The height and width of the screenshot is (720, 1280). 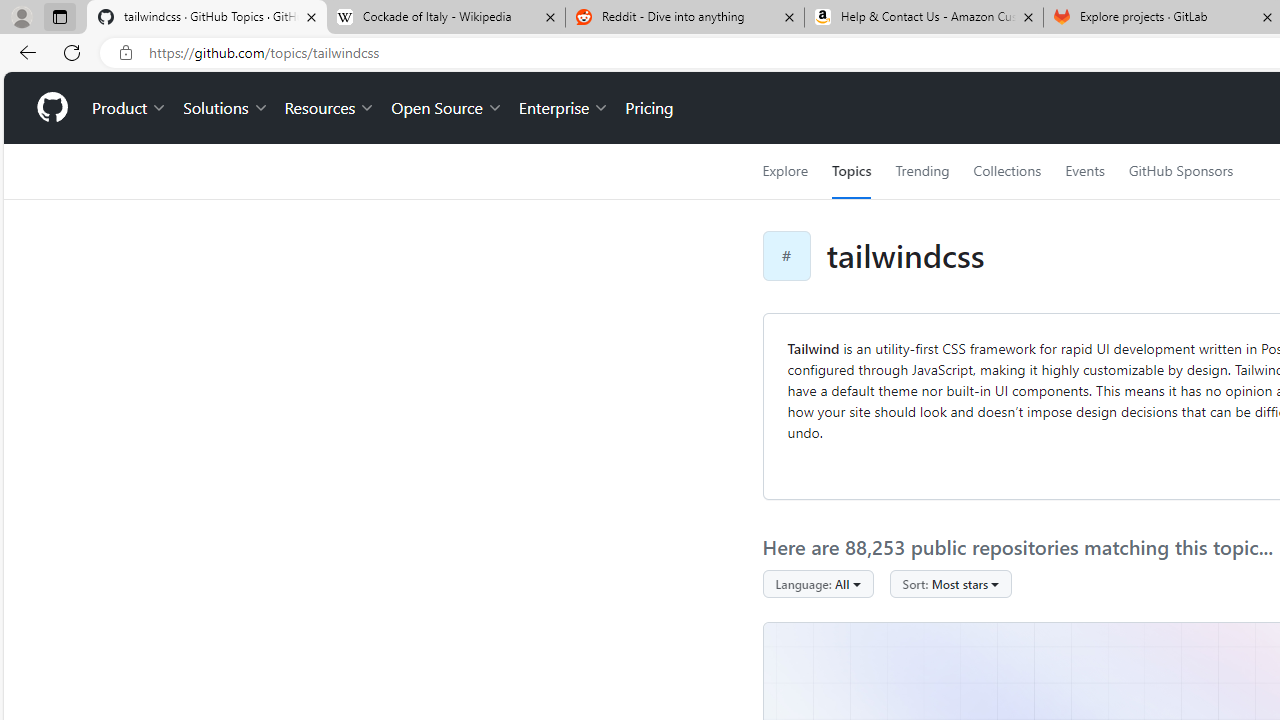 What do you see at coordinates (562, 108) in the screenshot?
I see `'Enterprise'` at bounding box center [562, 108].